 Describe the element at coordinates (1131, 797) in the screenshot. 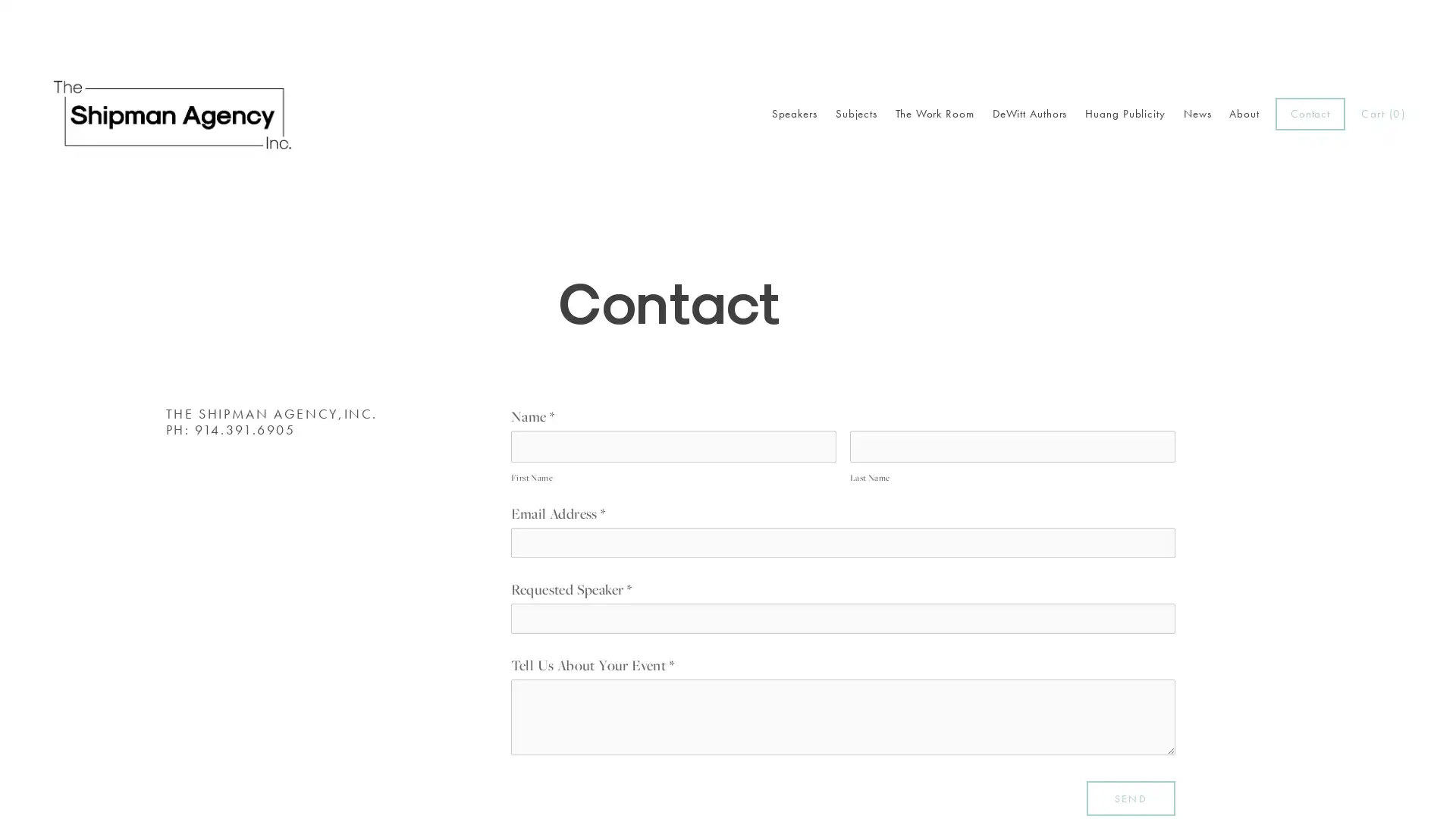

I see `SEND` at that location.